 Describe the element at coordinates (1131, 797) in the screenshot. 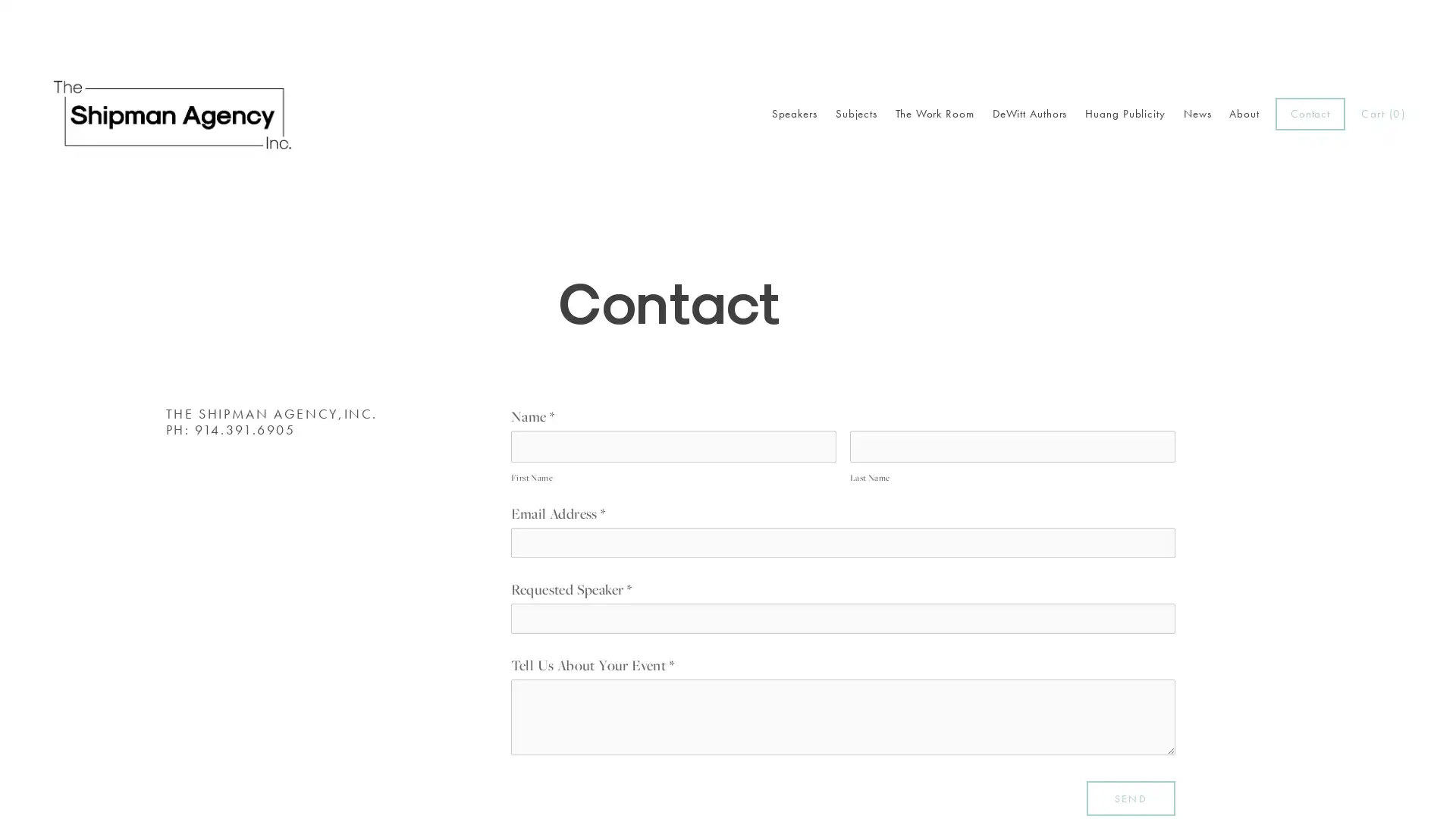

I see `SEND` at that location.